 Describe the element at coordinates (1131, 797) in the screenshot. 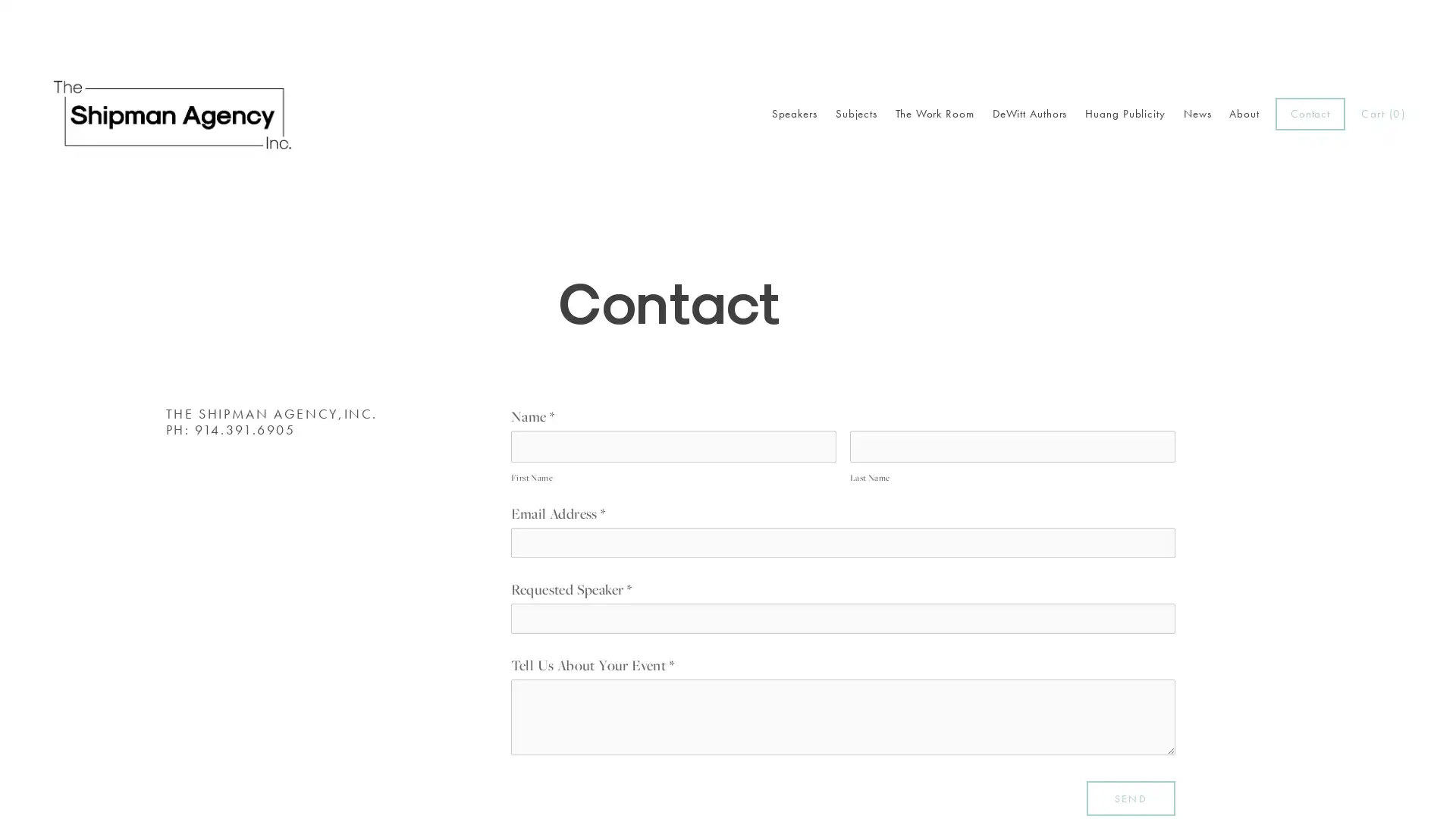

I see `SEND` at that location.